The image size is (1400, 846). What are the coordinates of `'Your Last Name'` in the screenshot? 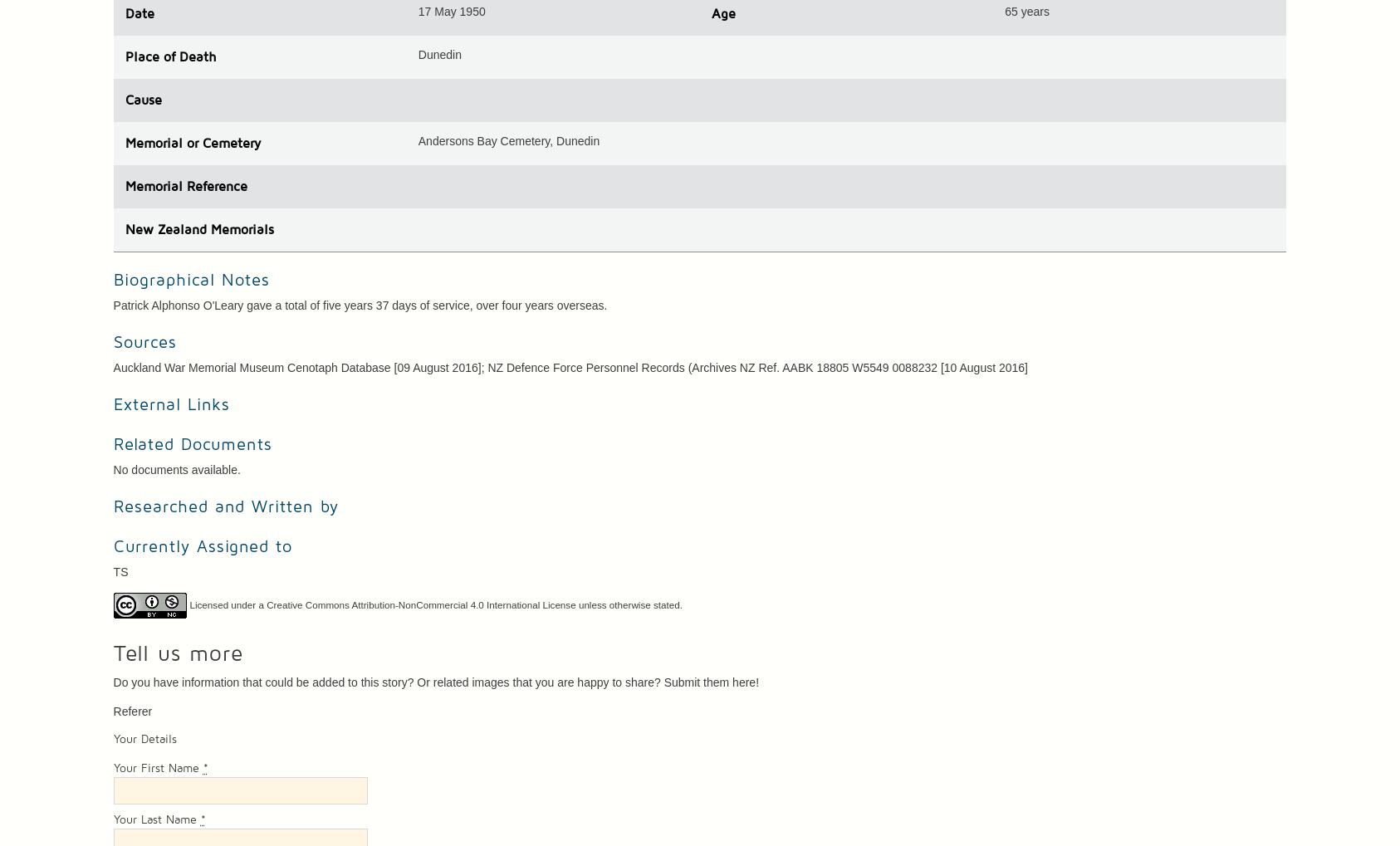 It's located at (156, 820).